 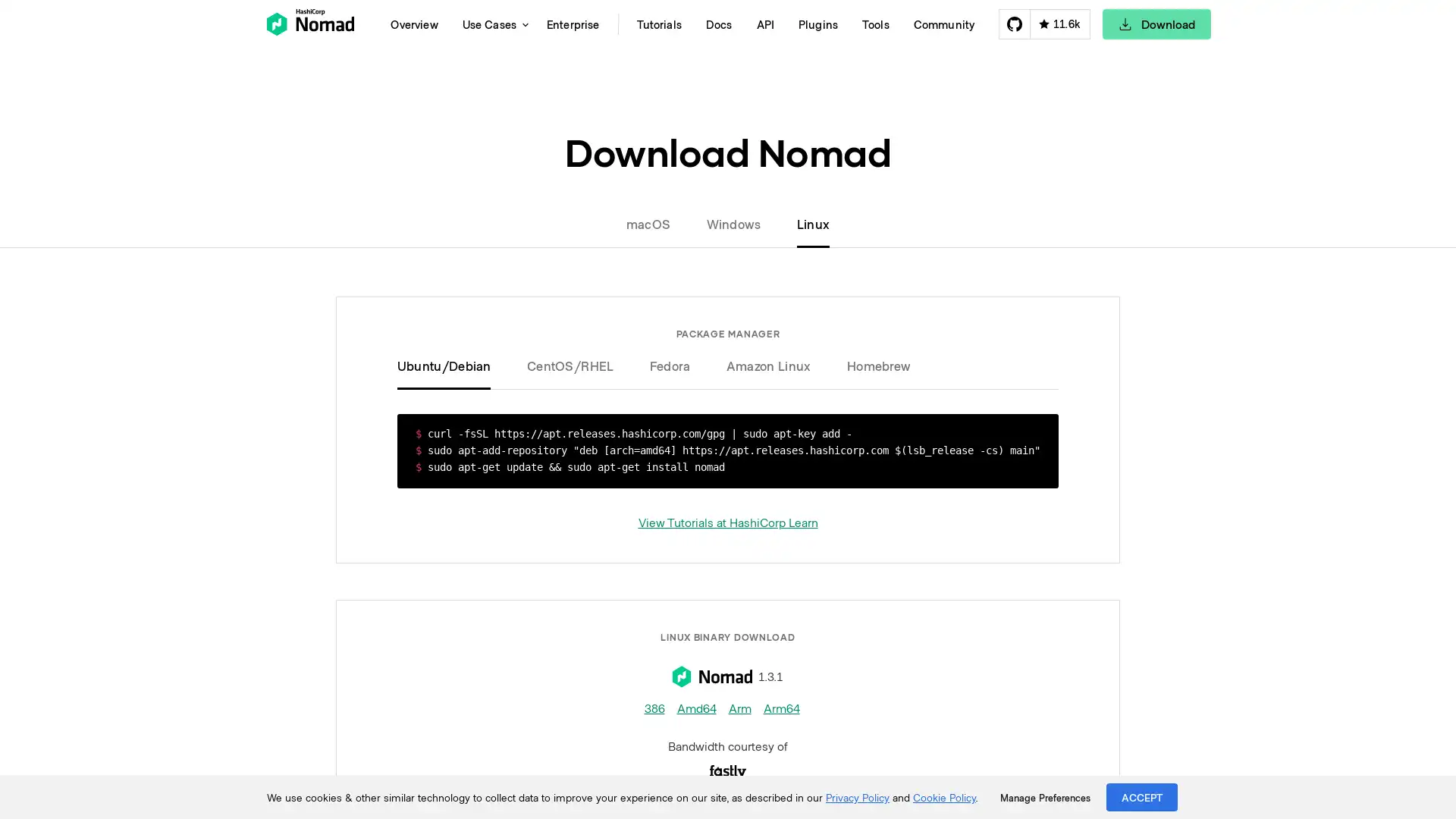 I want to click on Fedora, so click(x=669, y=366).